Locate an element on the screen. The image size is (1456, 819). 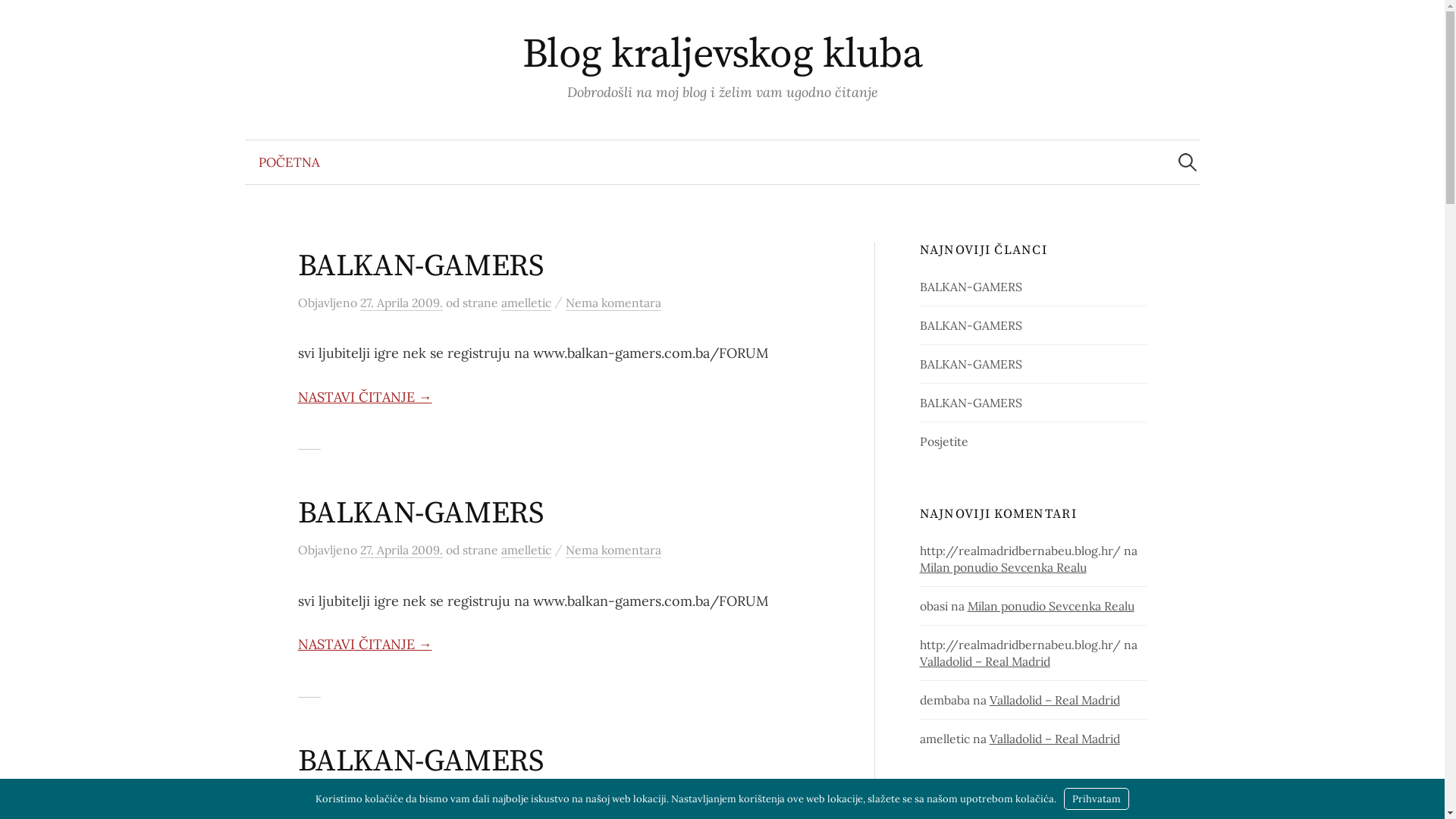
'Blog kraljevskog kluba' is located at coordinates (721, 54).